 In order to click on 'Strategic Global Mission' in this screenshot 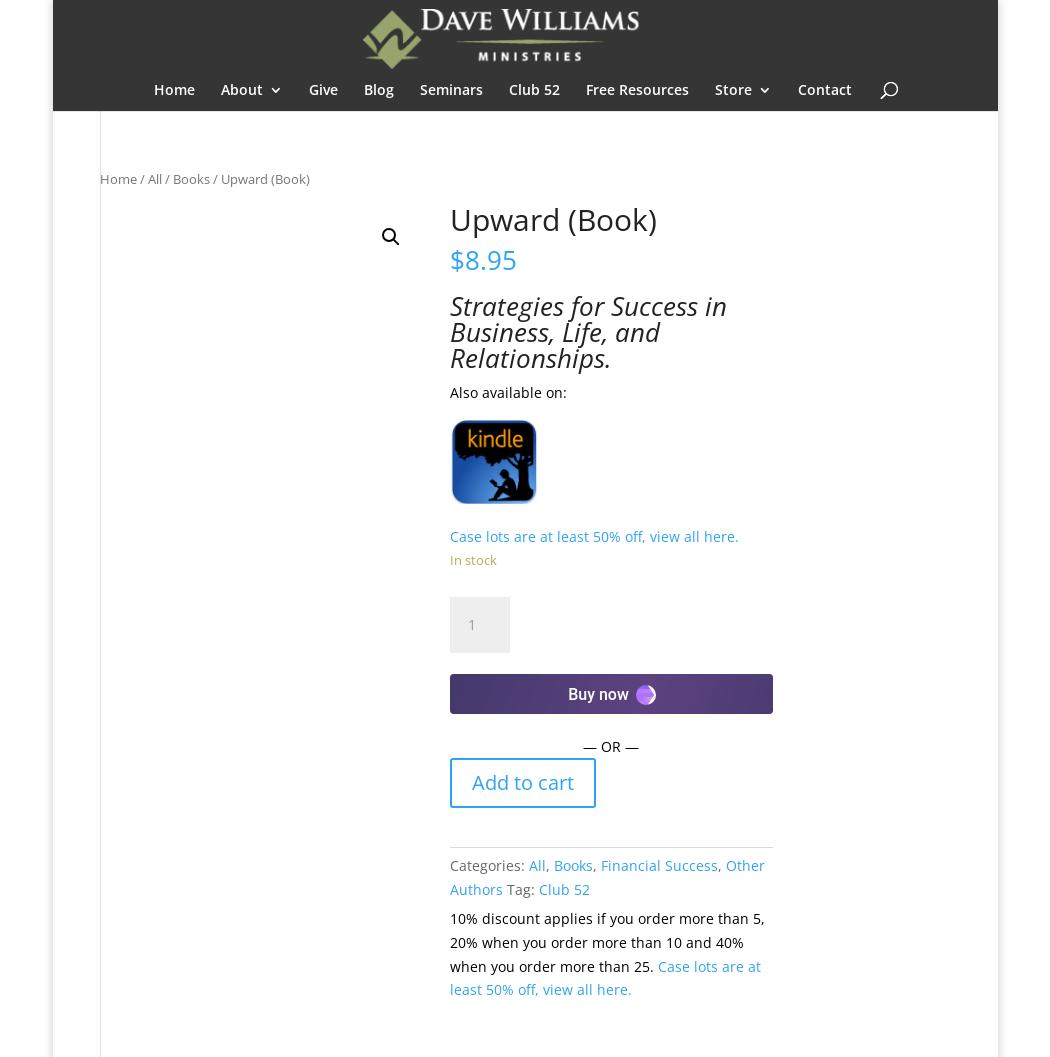, I will do `click(315, 246)`.